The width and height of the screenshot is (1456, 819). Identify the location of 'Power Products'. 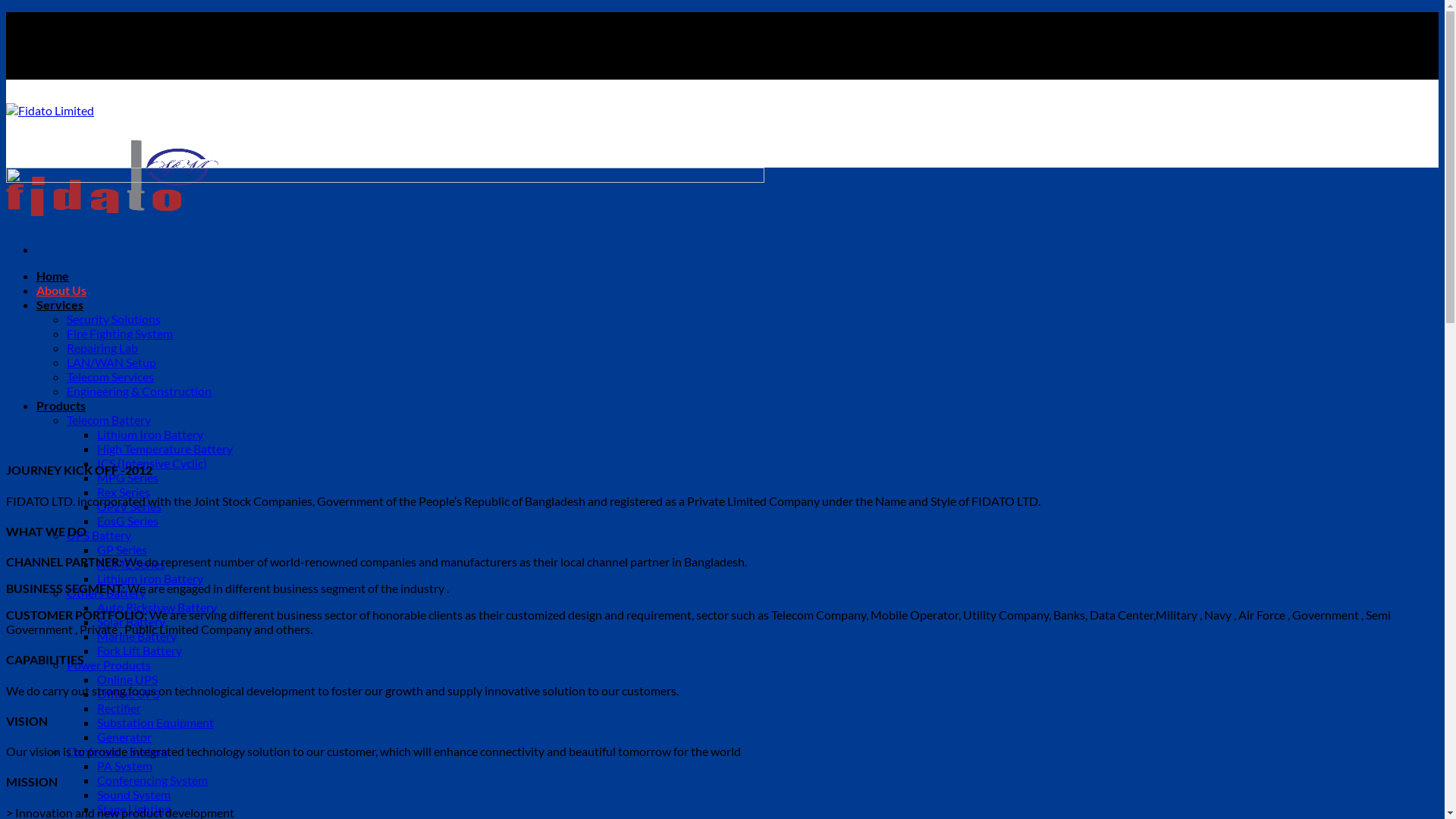
(108, 664).